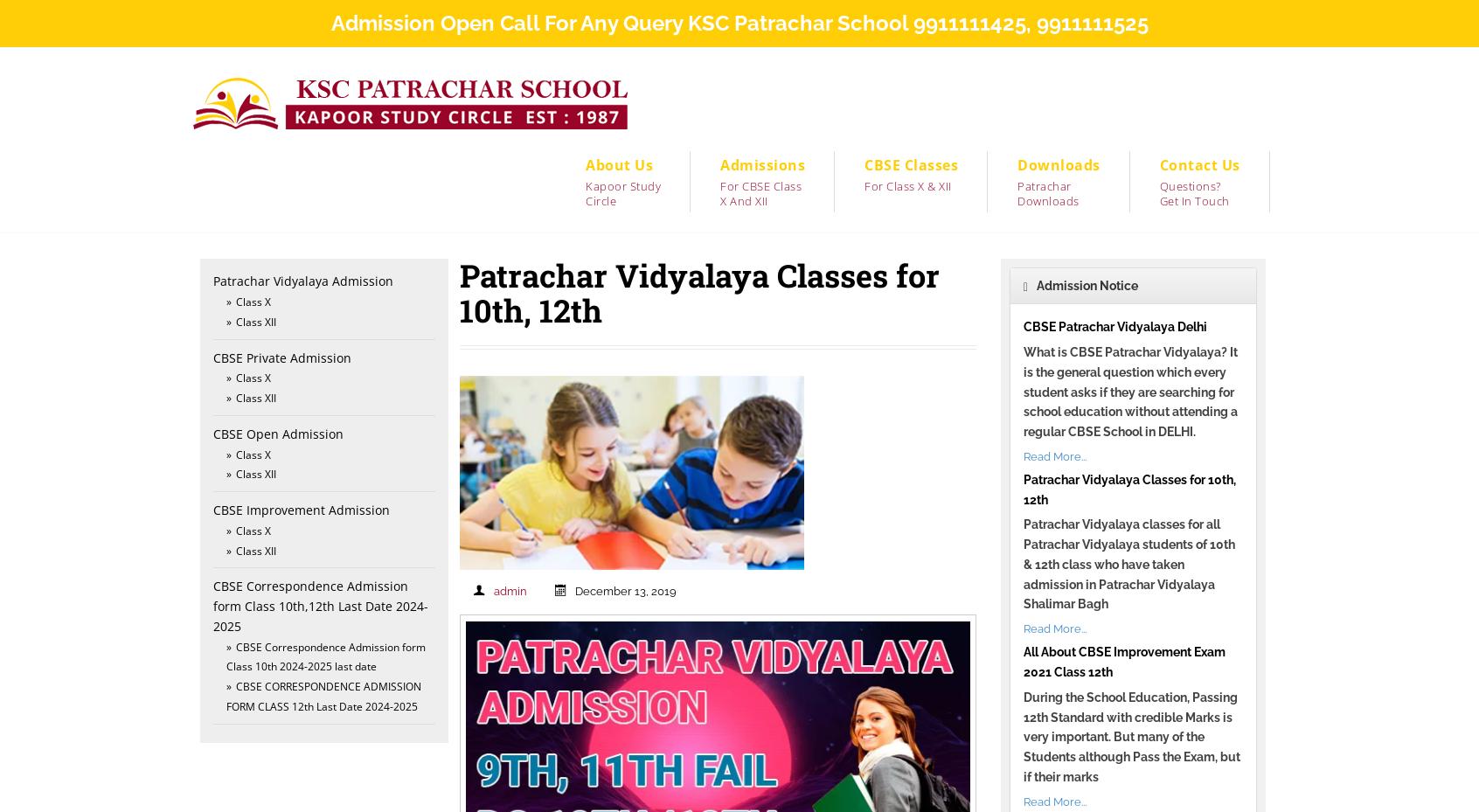 The width and height of the screenshot is (1479, 812). What do you see at coordinates (1122, 661) in the screenshot?
I see `'All About CBSE Improvement Exam 2021 Class 12th'` at bounding box center [1122, 661].